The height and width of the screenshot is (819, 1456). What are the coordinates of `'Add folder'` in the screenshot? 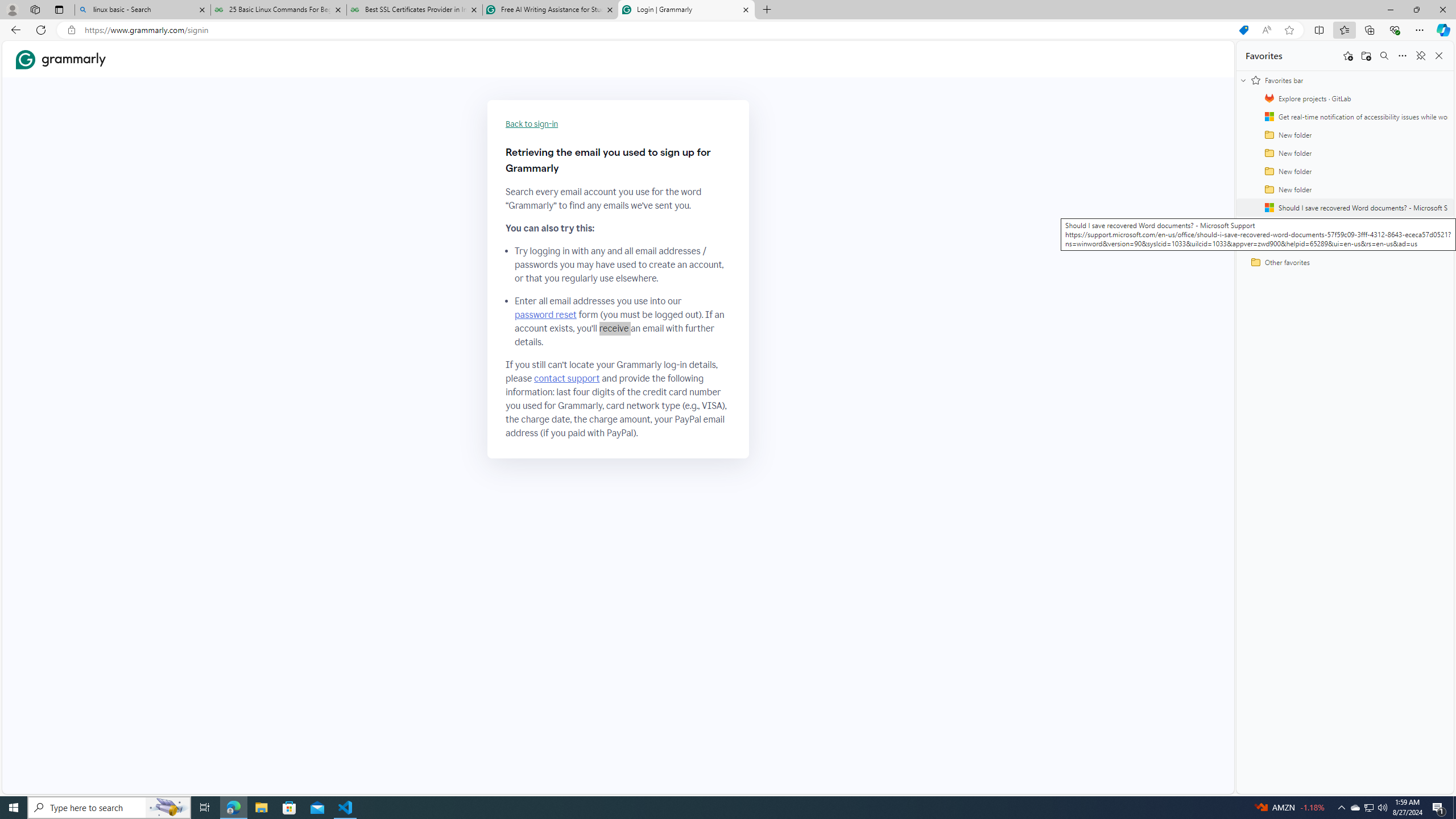 It's located at (1366, 55).